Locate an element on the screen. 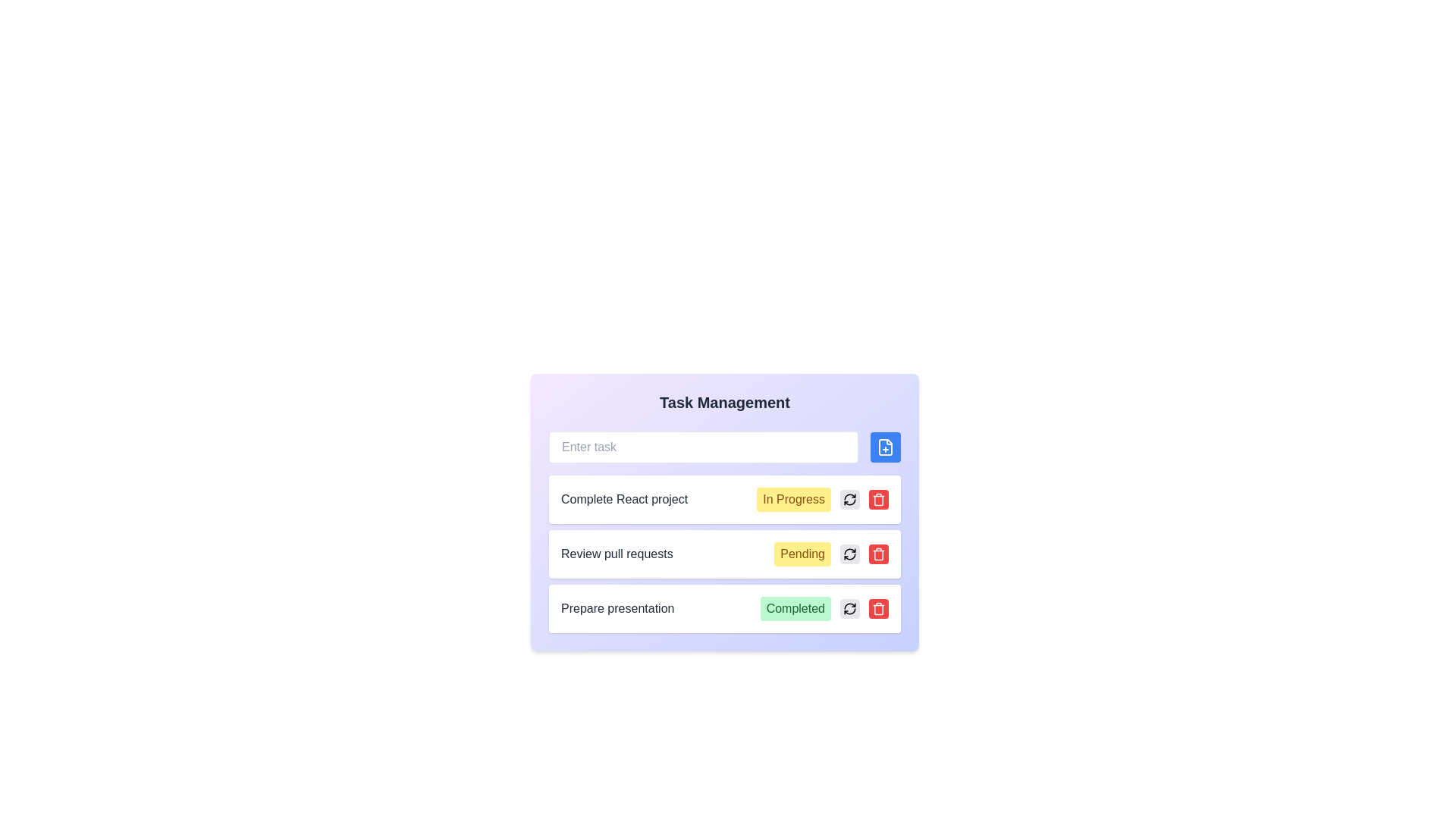  the trash can body icon is located at coordinates (878, 500).